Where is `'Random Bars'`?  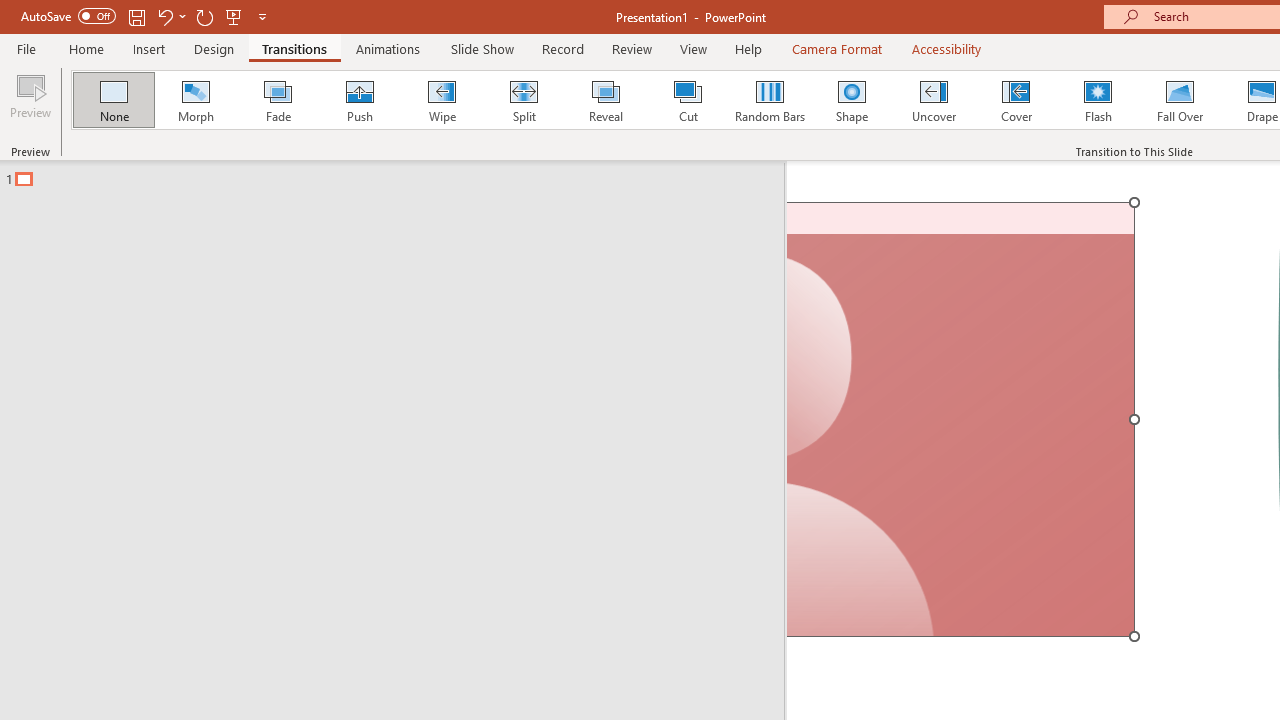 'Random Bars' is located at coordinates (769, 100).